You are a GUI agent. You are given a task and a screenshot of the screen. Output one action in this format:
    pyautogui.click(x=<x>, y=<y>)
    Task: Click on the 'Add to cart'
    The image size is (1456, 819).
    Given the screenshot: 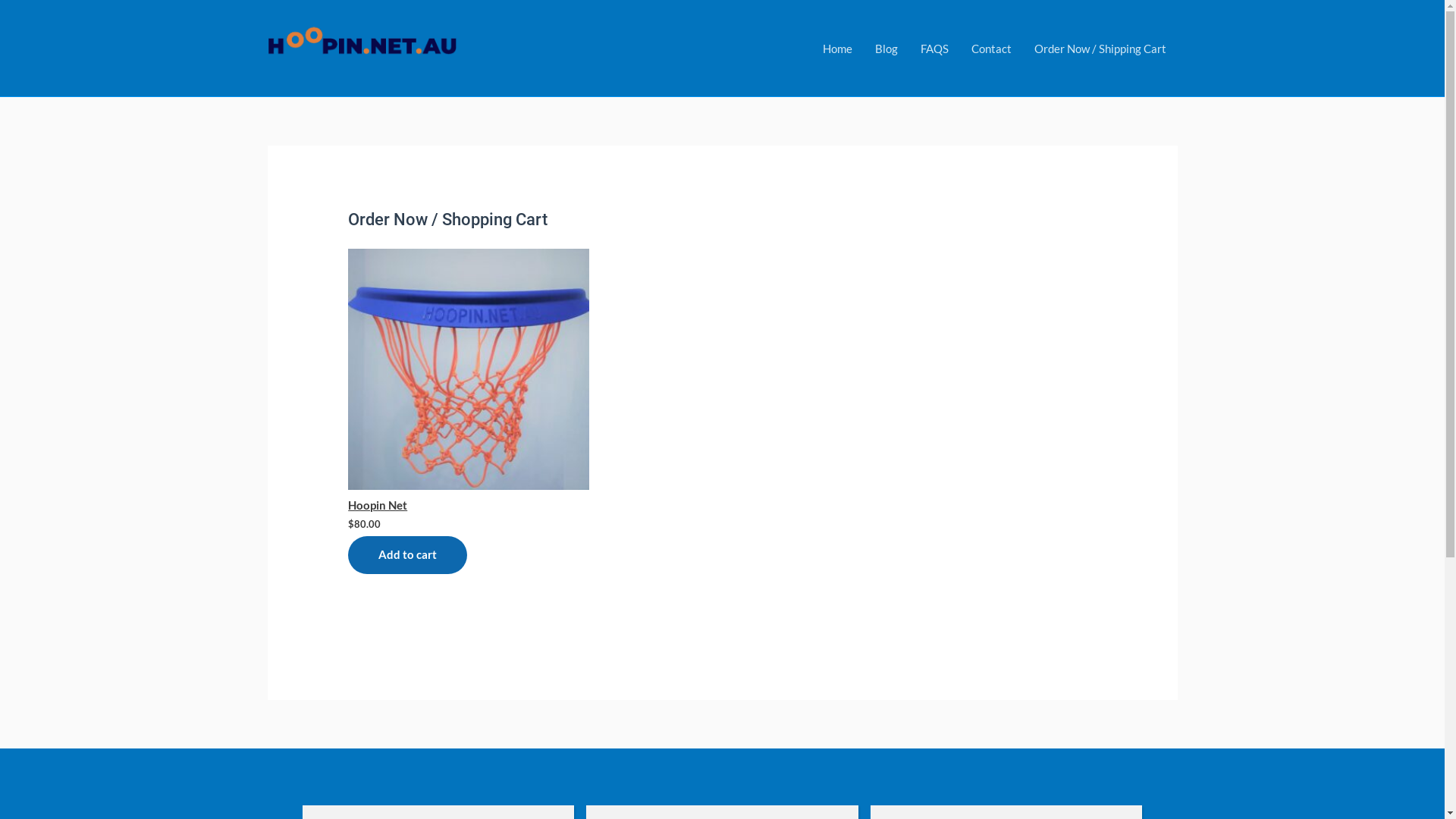 What is the action you would take?
    pyautogui.click(x=407, y=555)
    